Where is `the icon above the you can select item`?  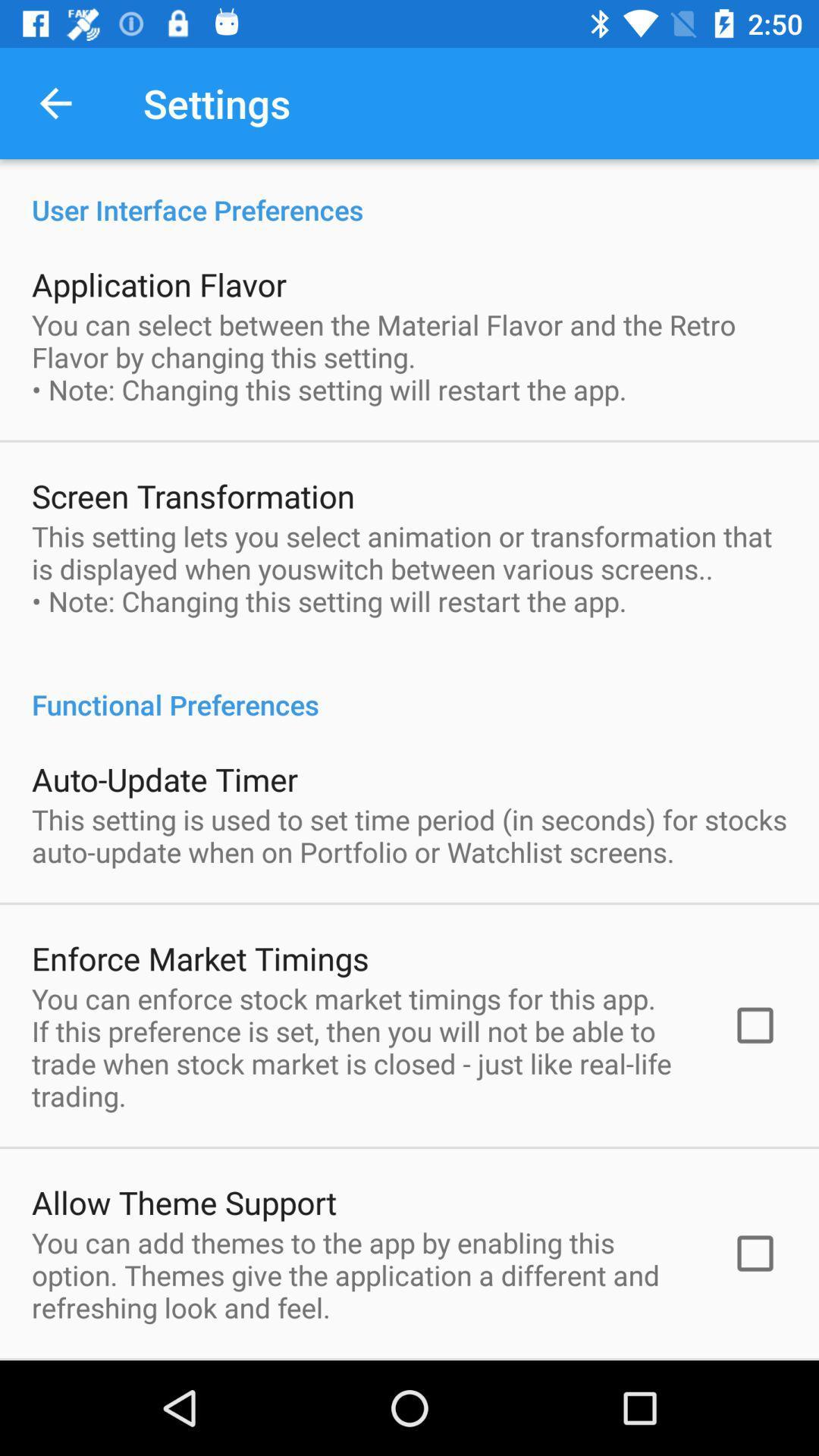 the icon above the you can select item is located at coordinates (158, 284).